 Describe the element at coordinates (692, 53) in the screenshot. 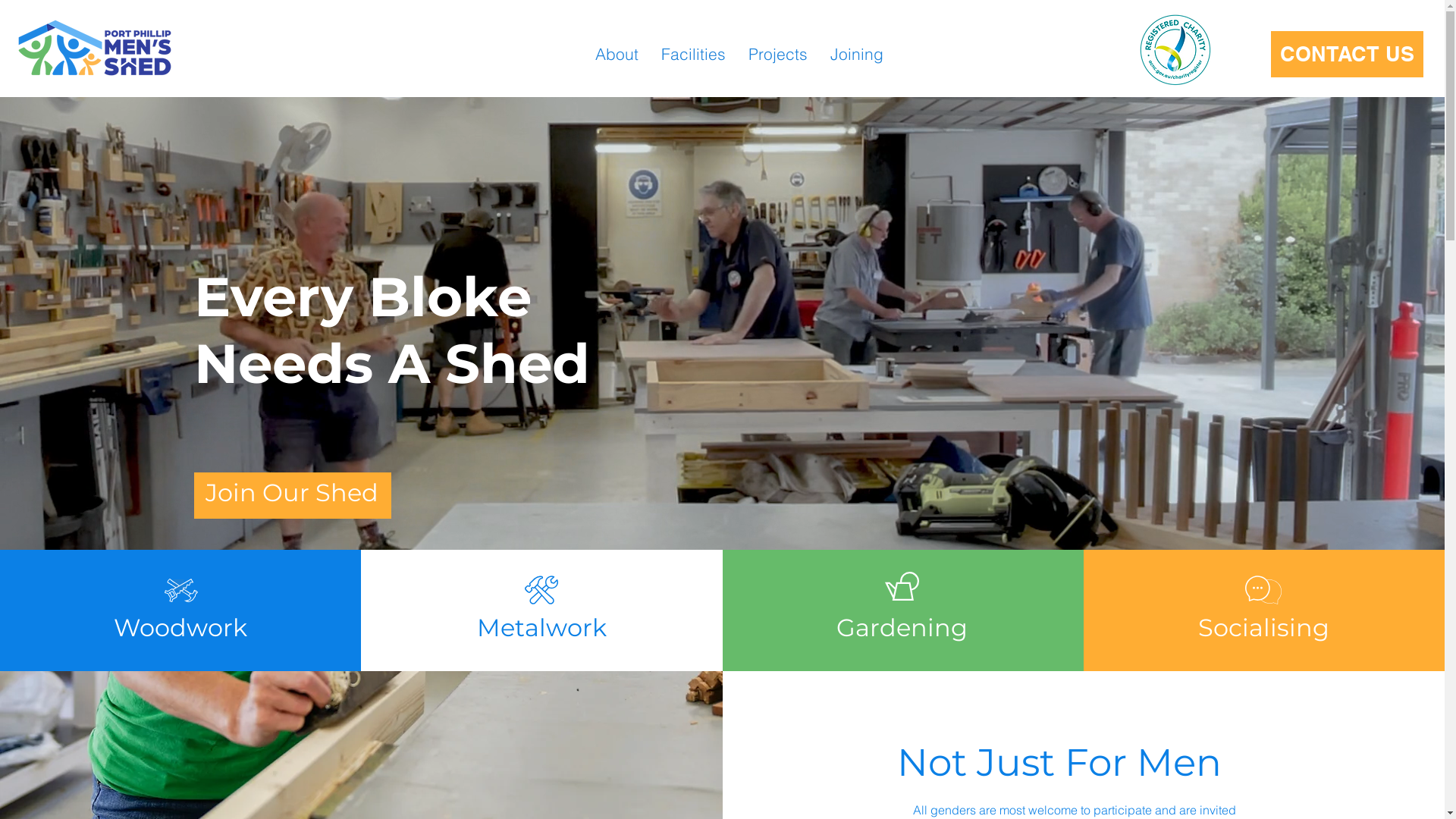

I see `'Facilities'` at that location.